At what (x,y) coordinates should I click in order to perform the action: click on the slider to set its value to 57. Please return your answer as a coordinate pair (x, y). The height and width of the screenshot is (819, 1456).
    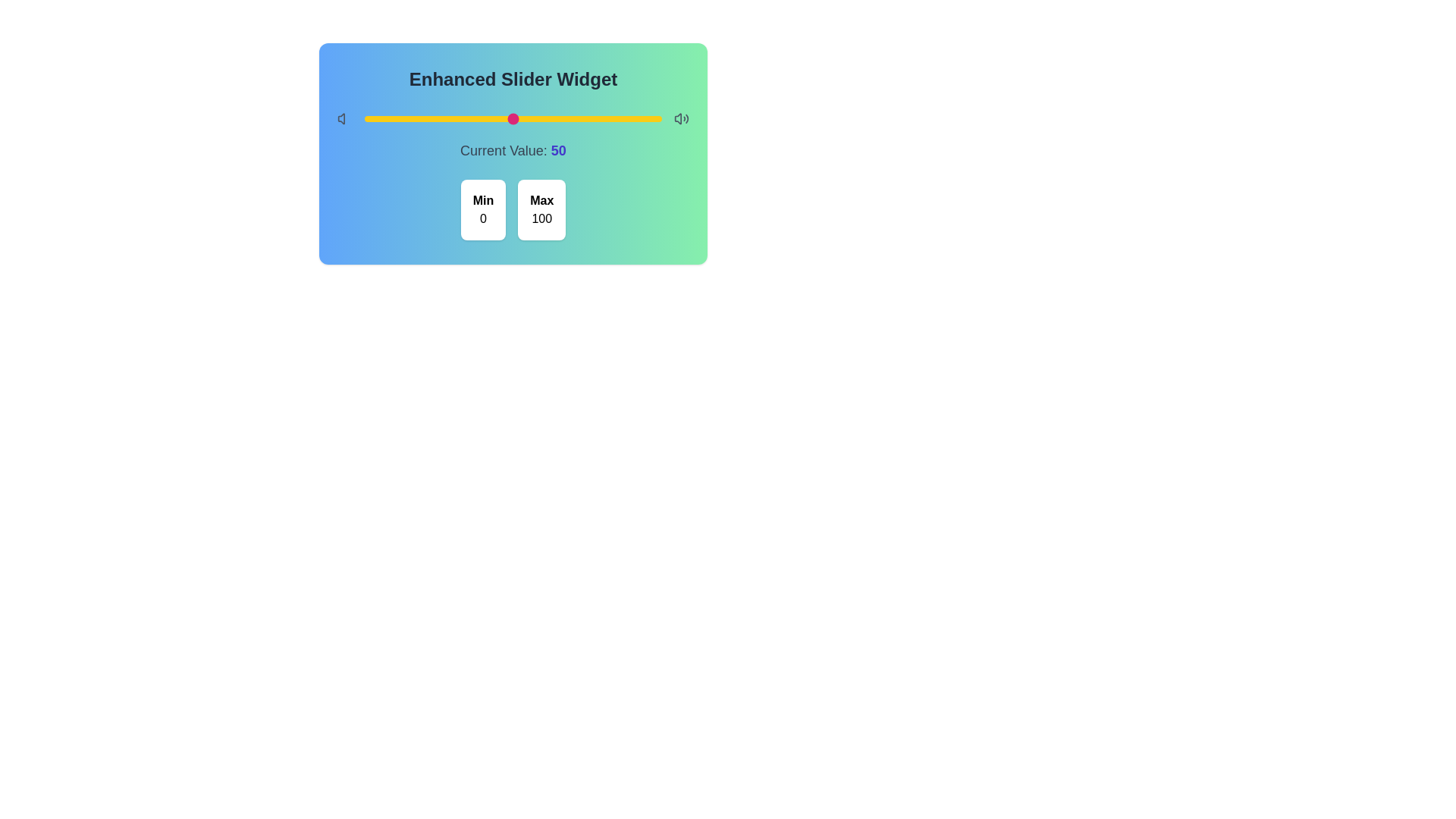
    Looking at the image, I should click on (534, 118).